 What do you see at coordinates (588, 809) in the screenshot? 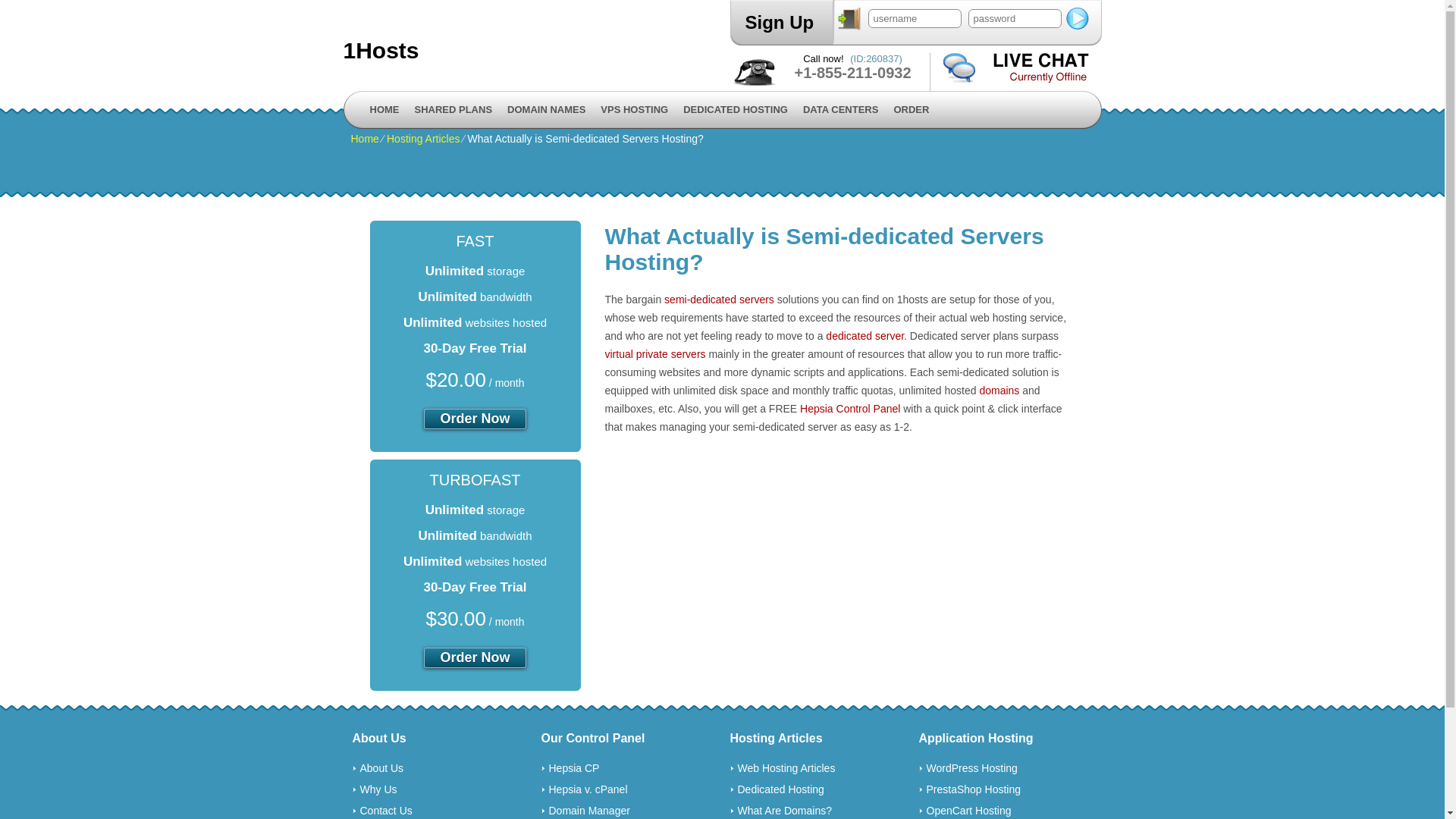
I see `'Domain Manager'` at bounding box center [588, 809].